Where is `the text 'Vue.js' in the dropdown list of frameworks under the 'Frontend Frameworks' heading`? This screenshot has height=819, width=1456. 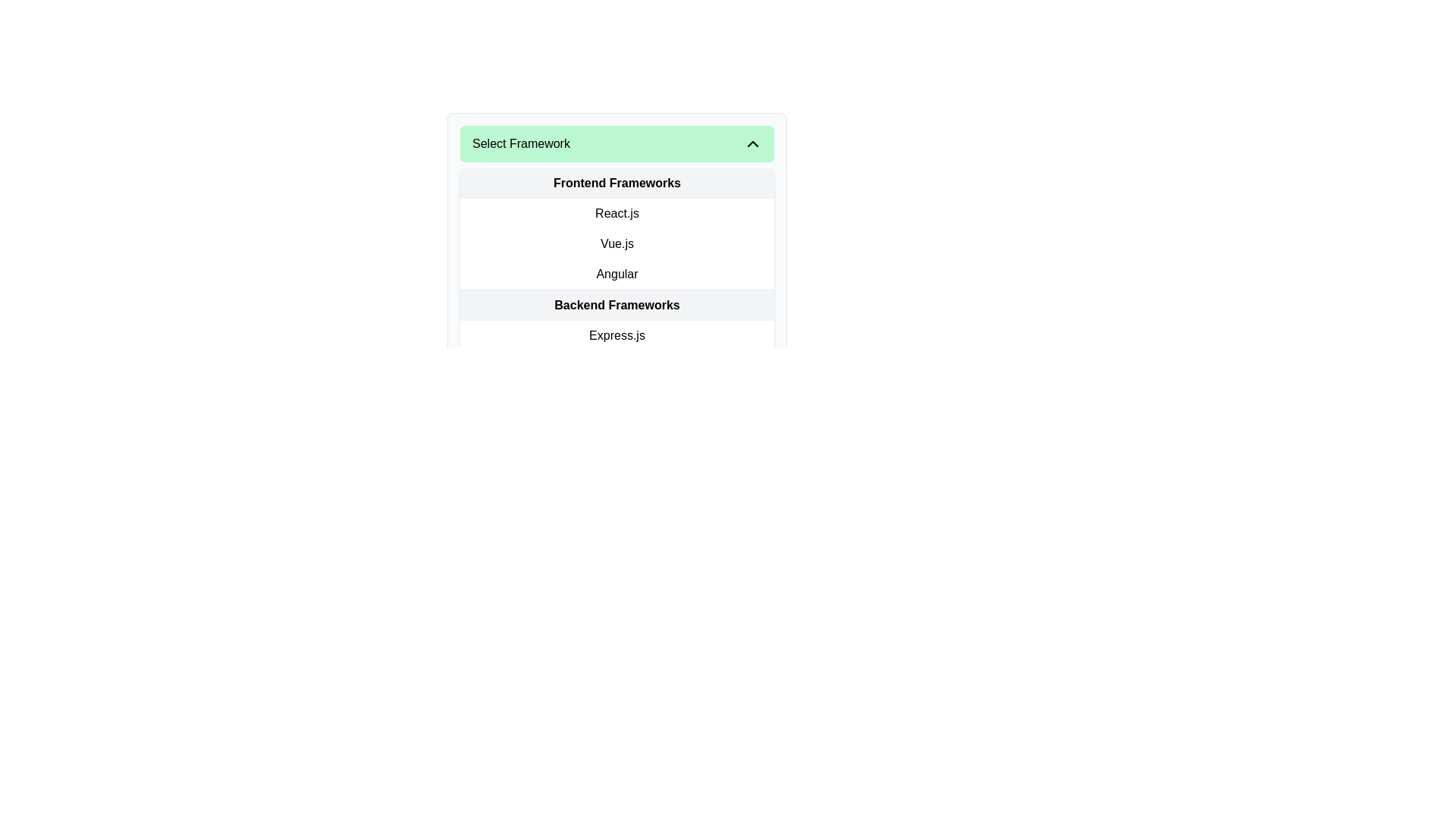
the text 'Vue.js' in the dropdown list of frameworks under the 'Frontend Frameworks' heading is located at coordinates (617, 243).